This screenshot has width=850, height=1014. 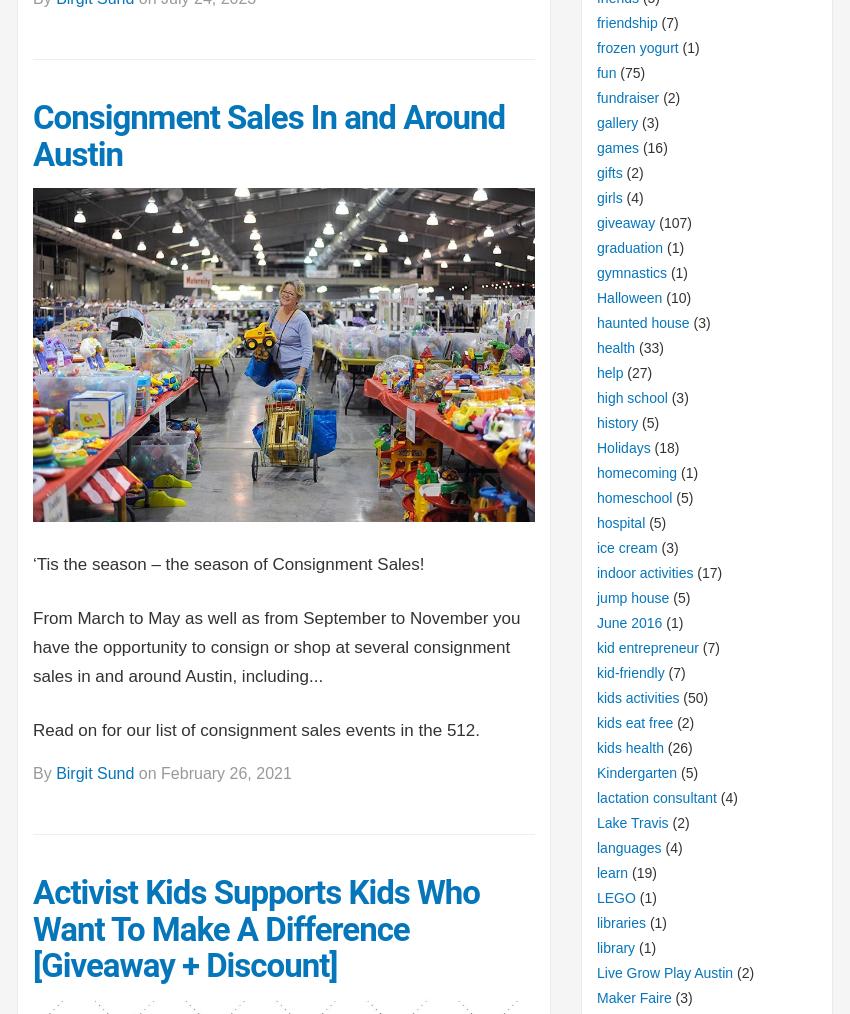 I want to click on 'haunted house', so click(x=642, y=322).